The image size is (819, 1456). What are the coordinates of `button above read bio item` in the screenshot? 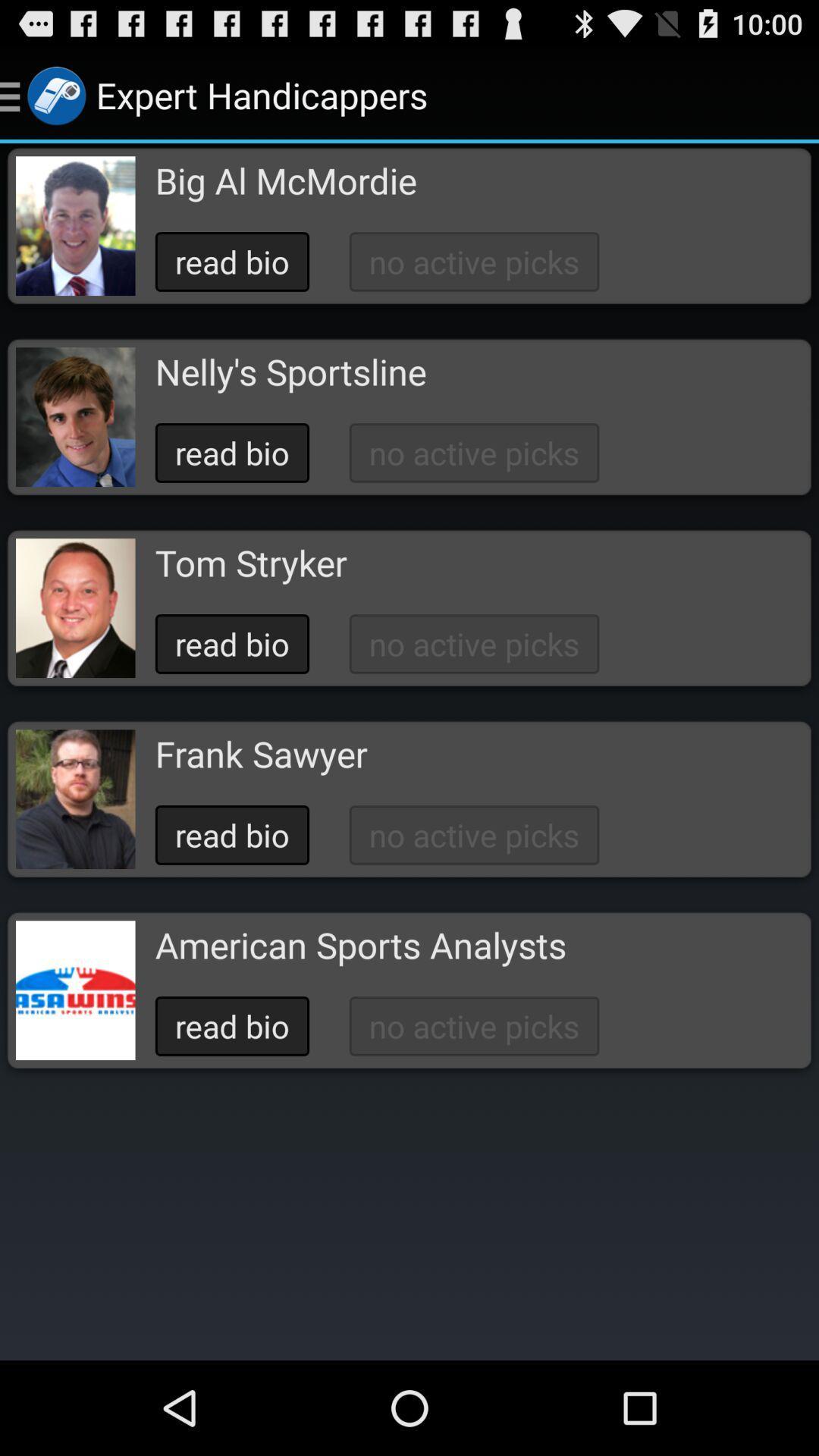 It's located at (250, 562).